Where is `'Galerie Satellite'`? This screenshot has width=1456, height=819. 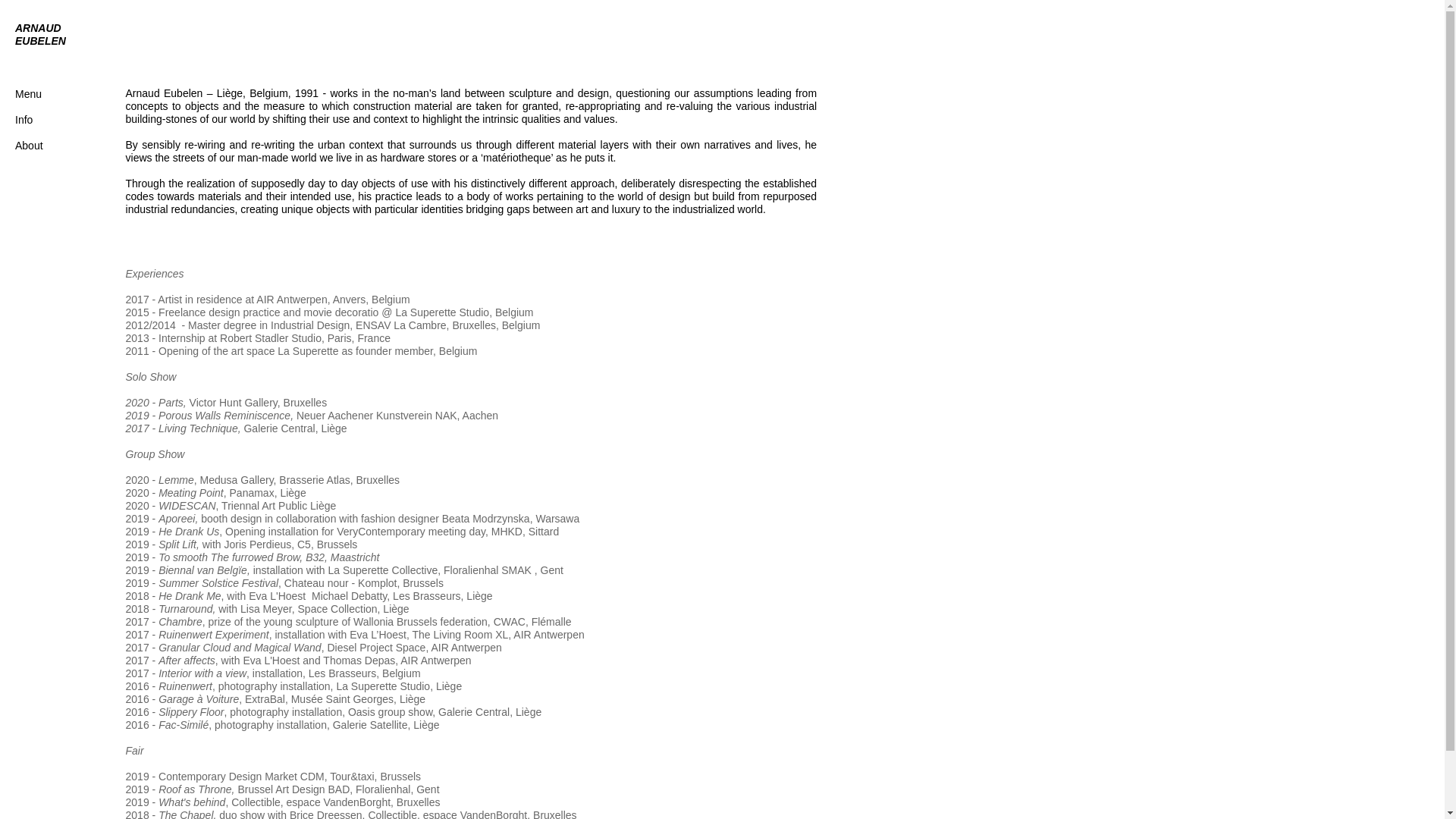 'Galerie Satellite' is located at coordinates (370, 724).